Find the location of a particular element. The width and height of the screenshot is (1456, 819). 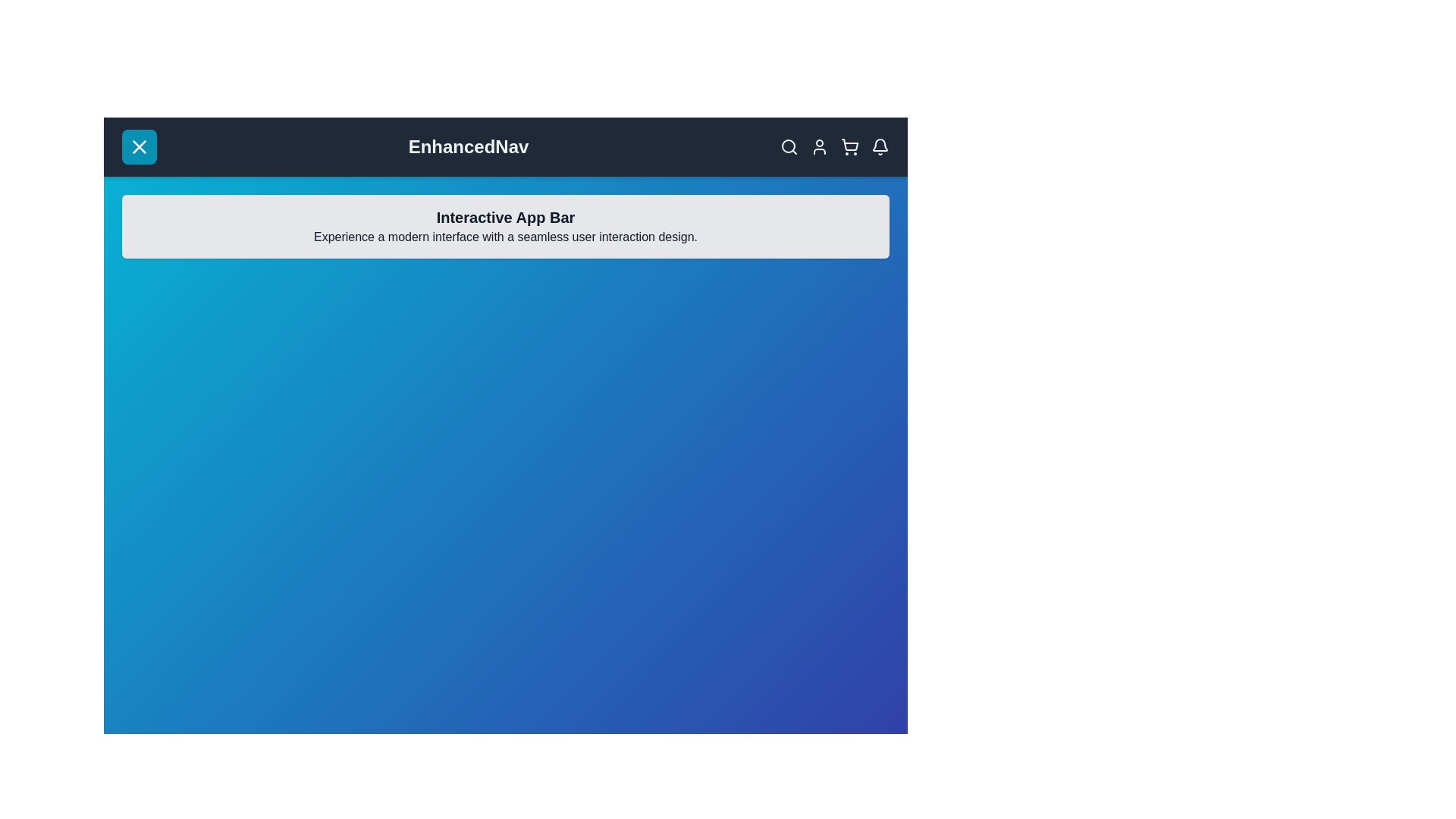

the notifications bell icon in the top-right corner of the app bar is located at coordinates (880, 146).